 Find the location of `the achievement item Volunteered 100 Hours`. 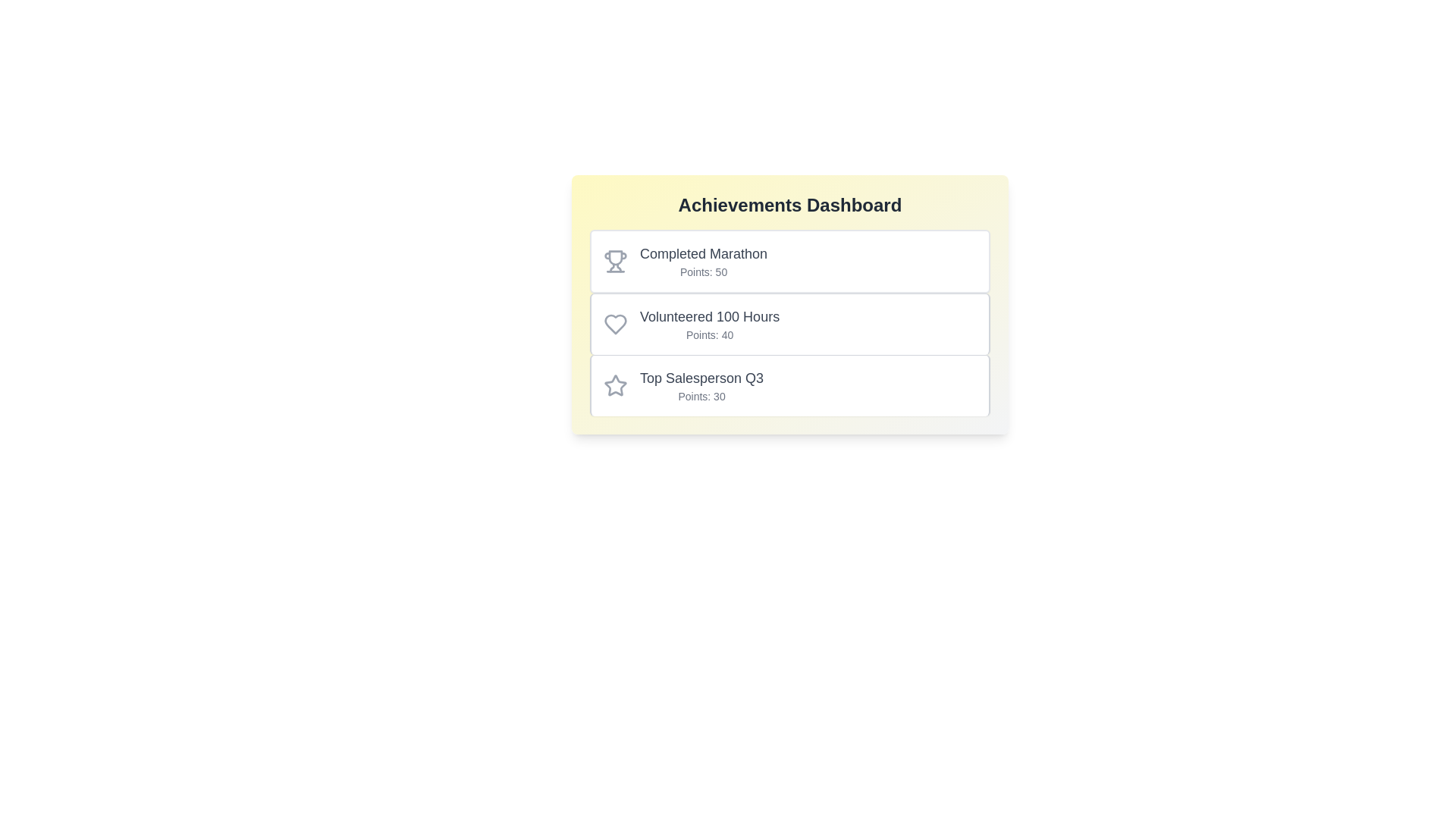

the achievement item Volunteered 100 Hours is located at coordinates (789, 323).